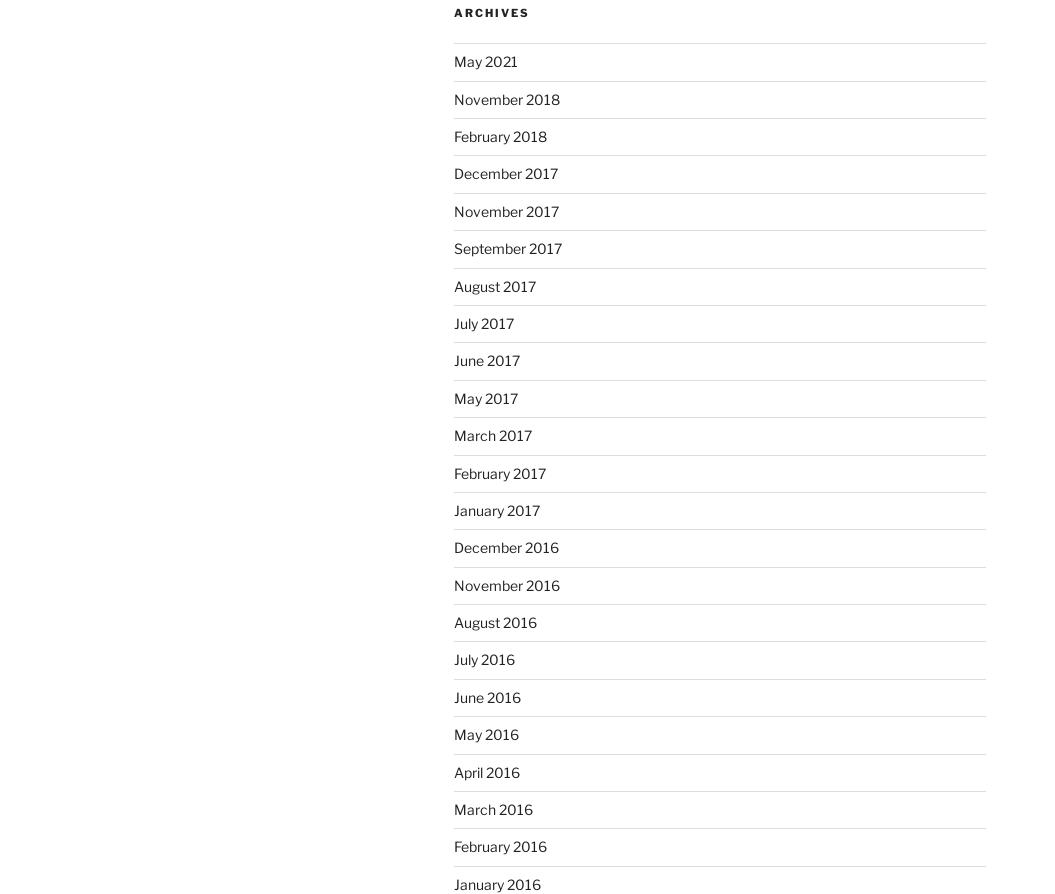 This screenshot has height=894, width=1055. What do you see at coordinates (493, 434) in the screenshot?
I see `'March 2017'` at bounding box center [493, 434].